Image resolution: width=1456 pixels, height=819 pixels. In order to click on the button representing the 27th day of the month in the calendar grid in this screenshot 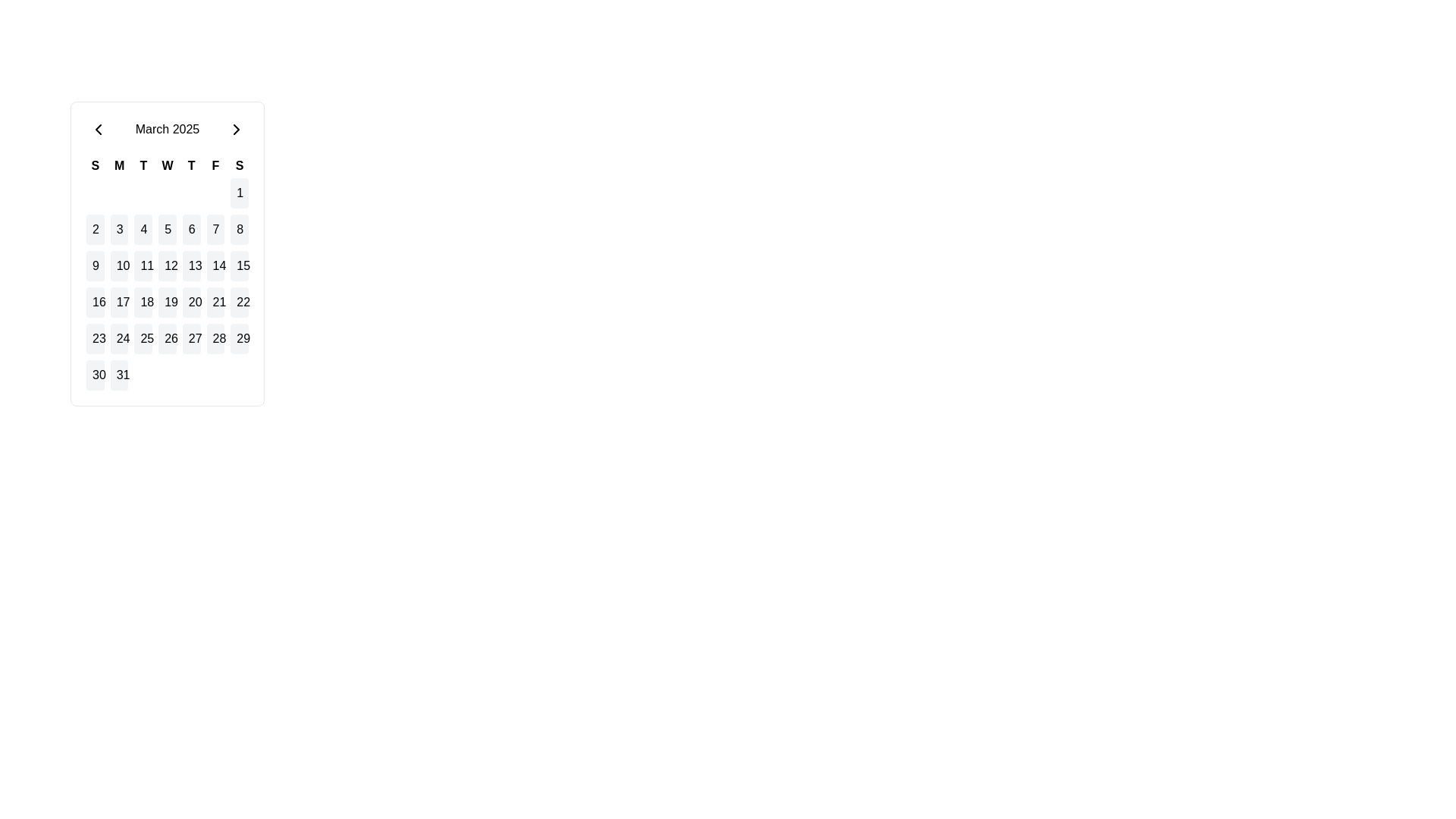, I will do `click(190, 338)`.